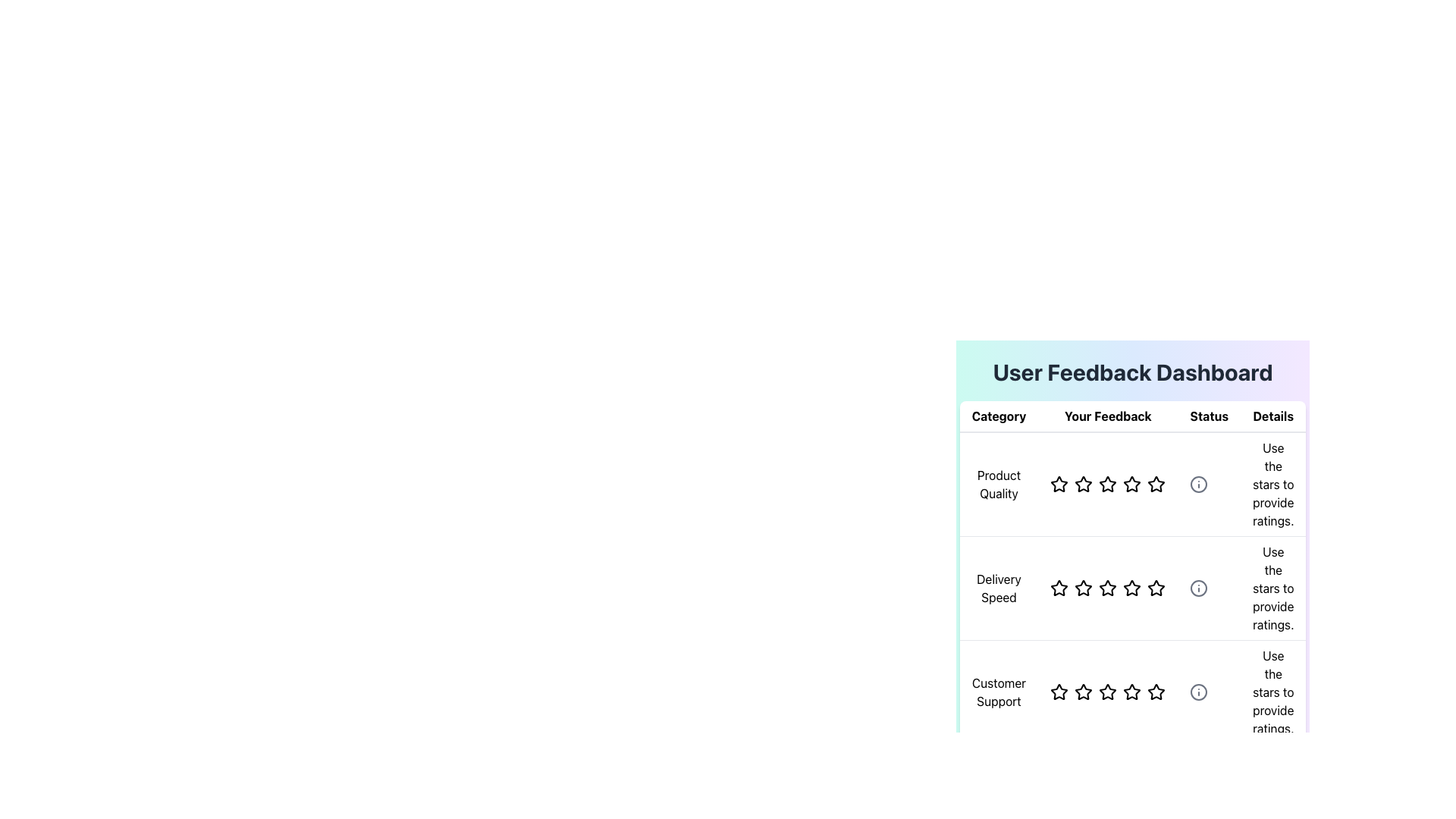  What do you see at coordinates (999, 587) in the screenshot?
I see `the Text Label in the second row of the feedback table under the 'Category' column, which indicates the category being evaluated` at bounding box center [999, 587].